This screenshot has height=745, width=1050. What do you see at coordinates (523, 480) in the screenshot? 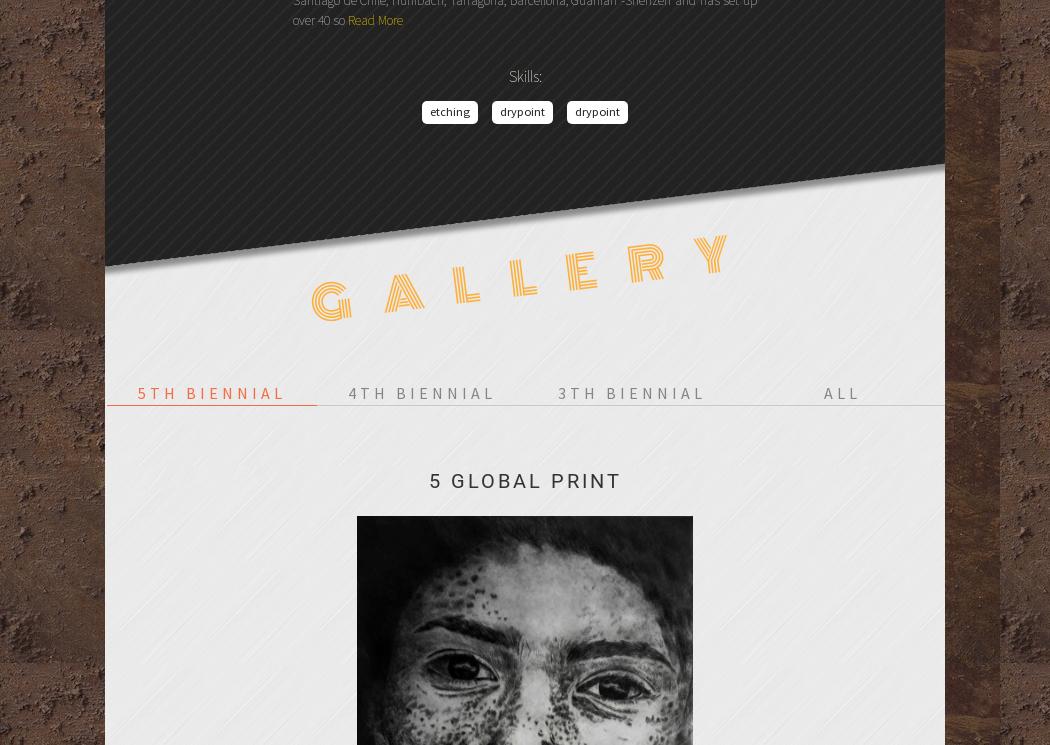
I see `'5 GLOBAL PRINT'` at bounding box center [523, 480].